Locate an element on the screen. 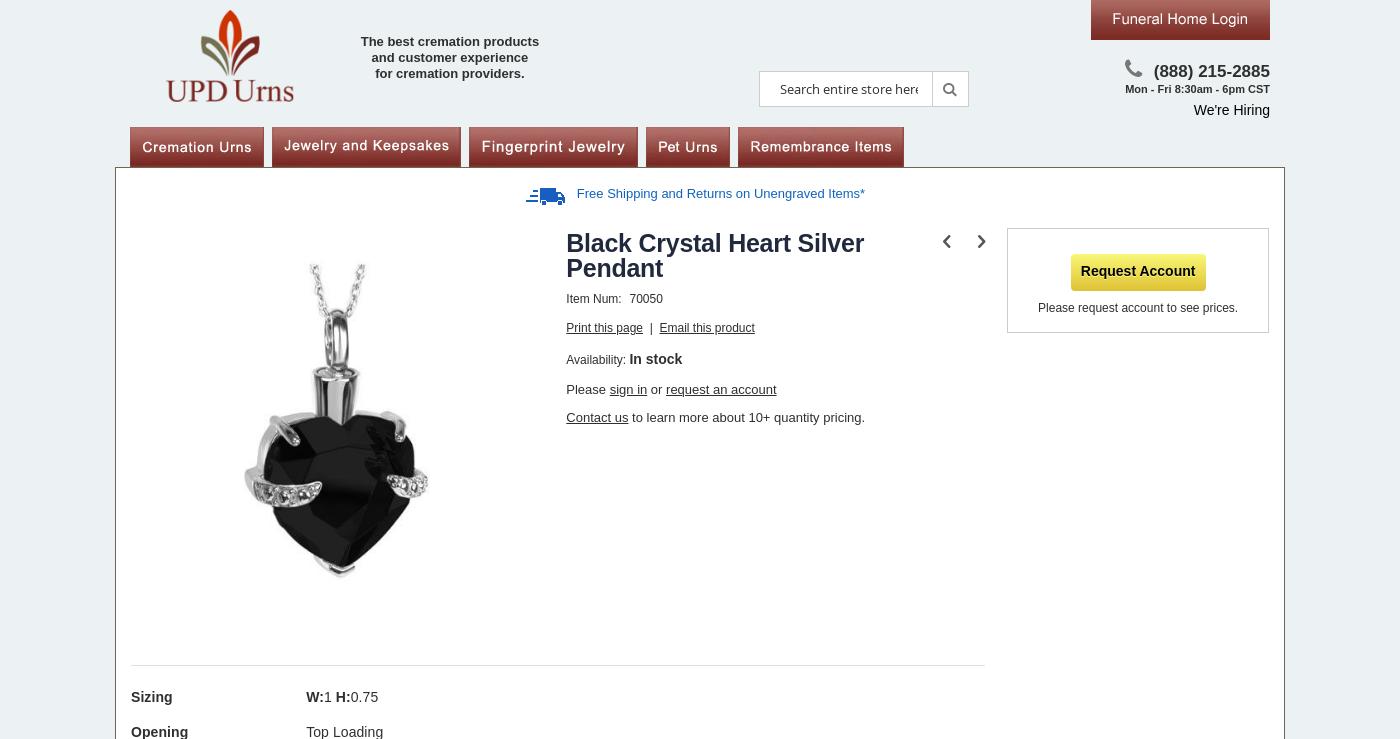 This screenshot has width=1400, height=739. '70050' is located at coordinates (645, 297).